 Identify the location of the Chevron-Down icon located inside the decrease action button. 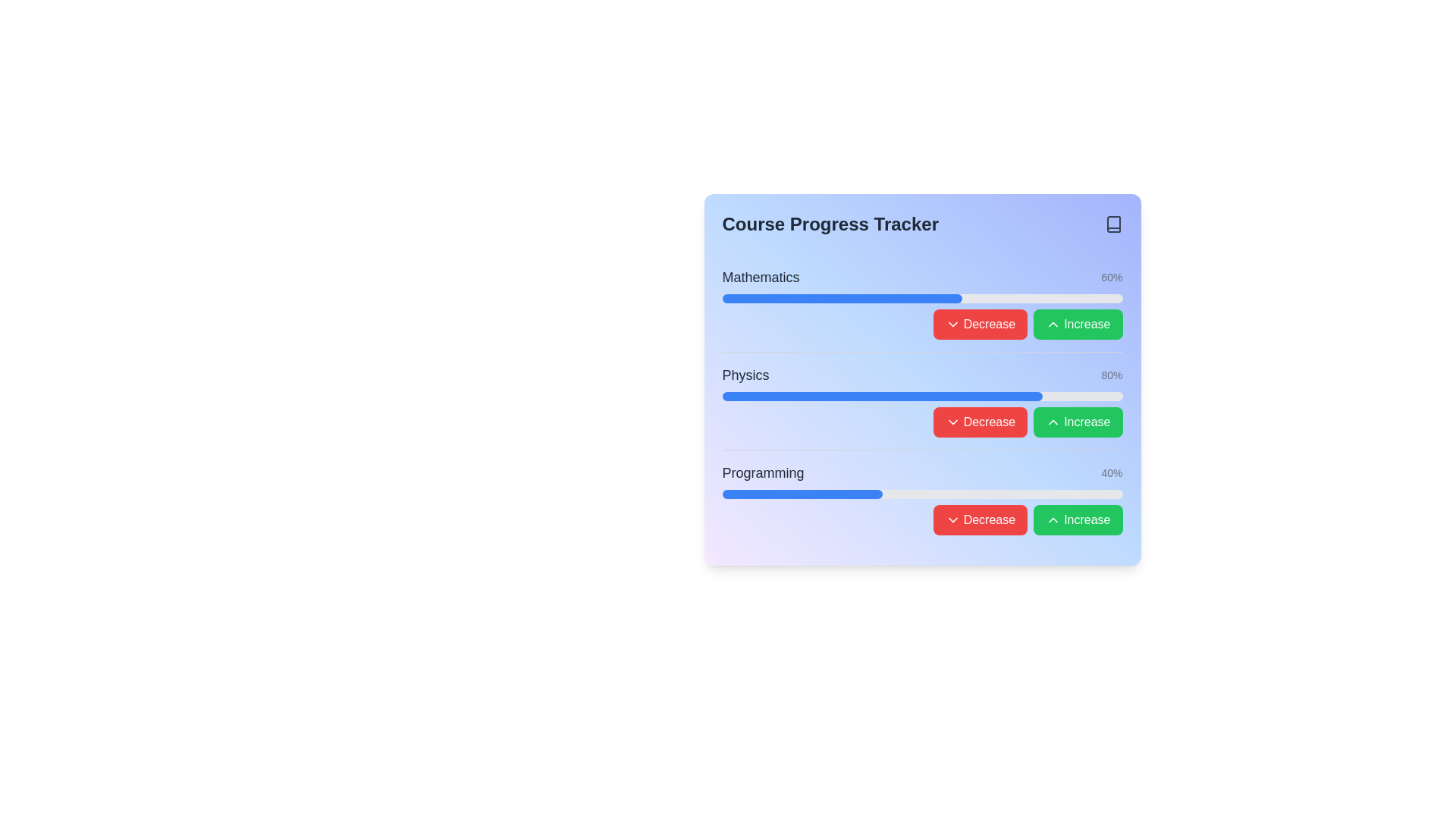
(952, 519).